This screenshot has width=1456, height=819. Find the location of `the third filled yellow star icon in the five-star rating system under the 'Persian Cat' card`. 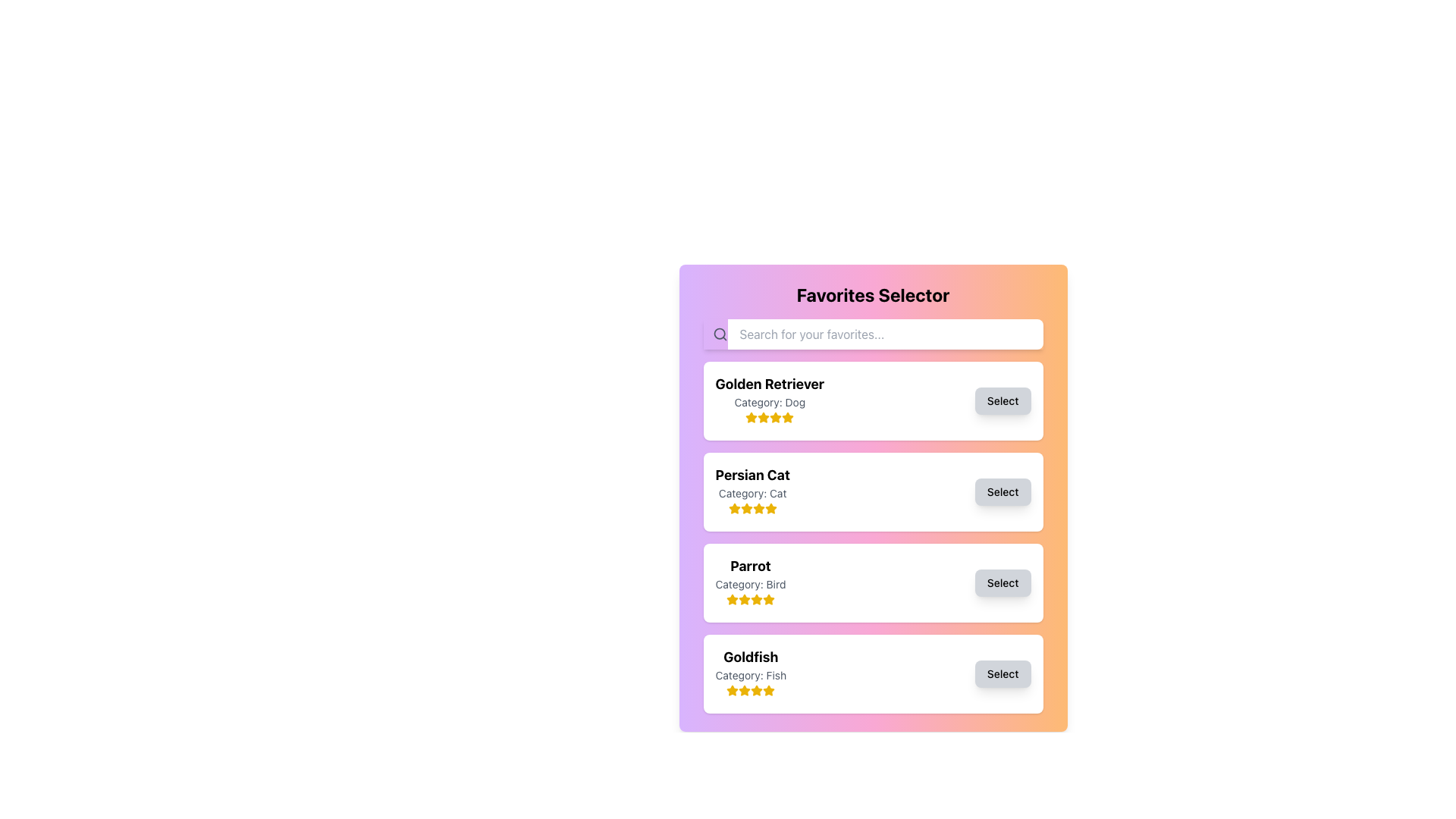

the third filled yellow star icon in the five-star rating system under the 'Persian Cat' card is located at coordinates (752, 509).